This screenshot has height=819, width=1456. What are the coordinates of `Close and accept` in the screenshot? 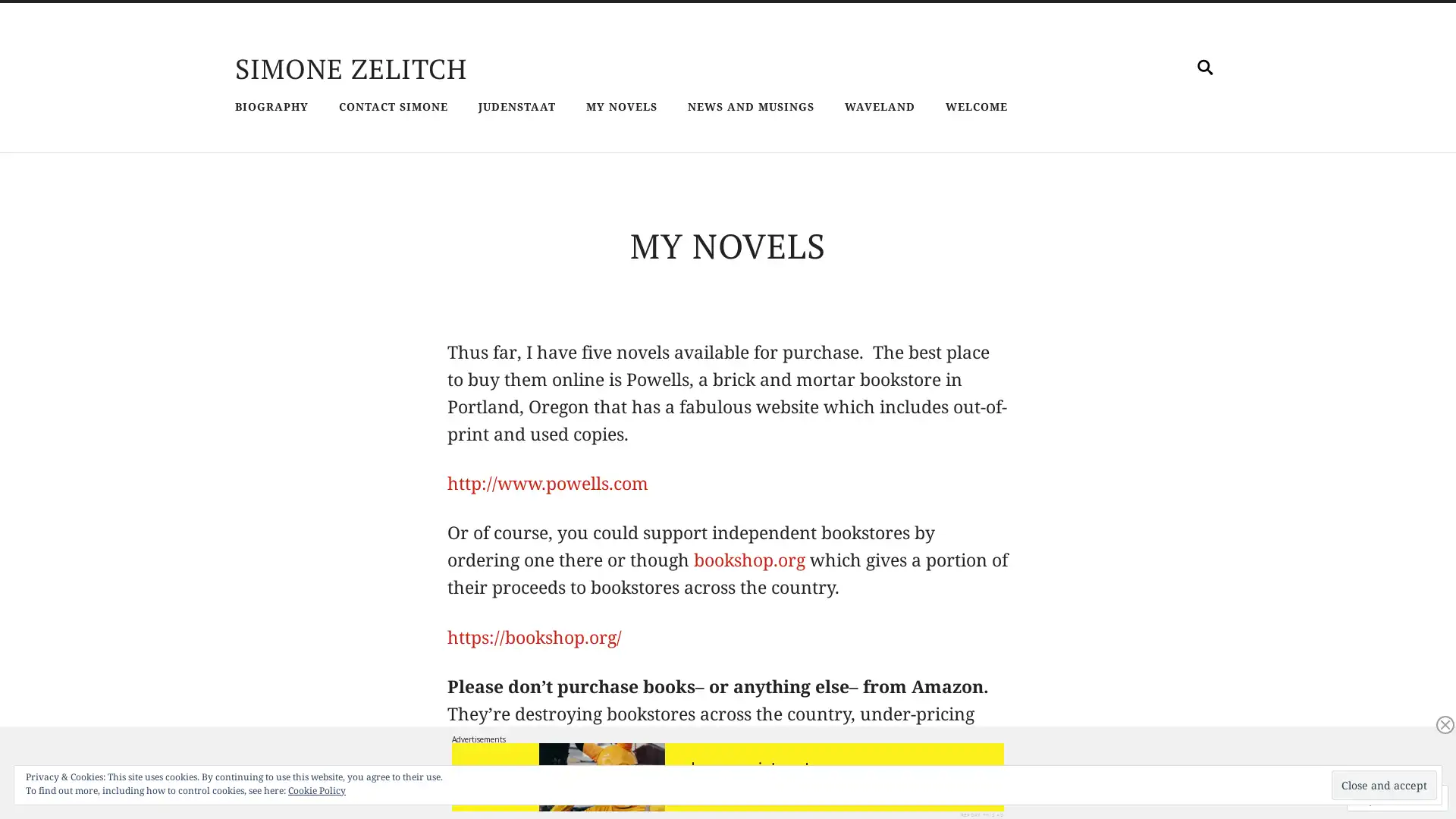 It's located at (1384, 785).